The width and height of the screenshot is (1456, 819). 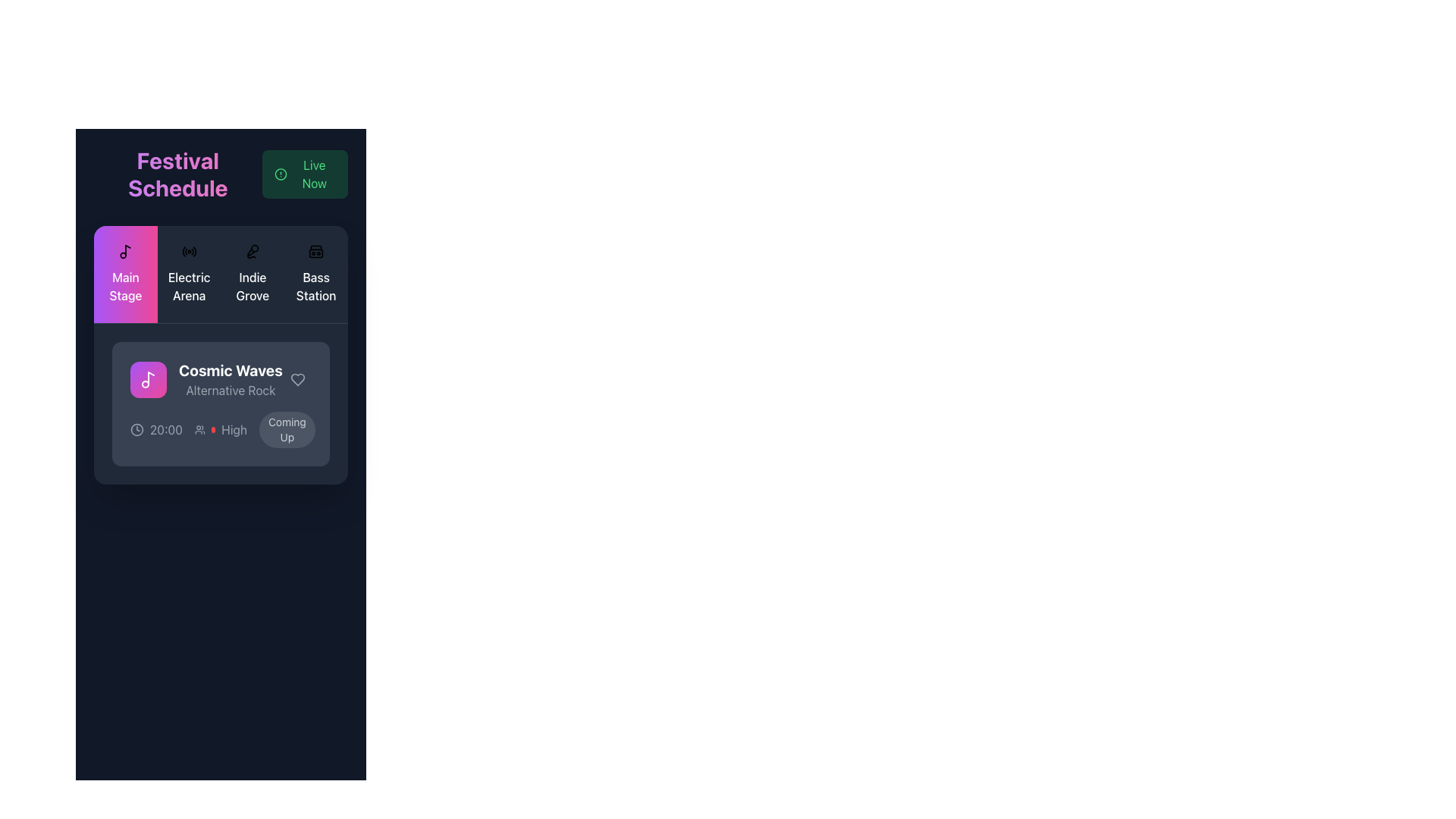 I want to click on the microphone-shaped icon located in the grid menu under the label 'Indie Grove', so click(x=253, y=250).